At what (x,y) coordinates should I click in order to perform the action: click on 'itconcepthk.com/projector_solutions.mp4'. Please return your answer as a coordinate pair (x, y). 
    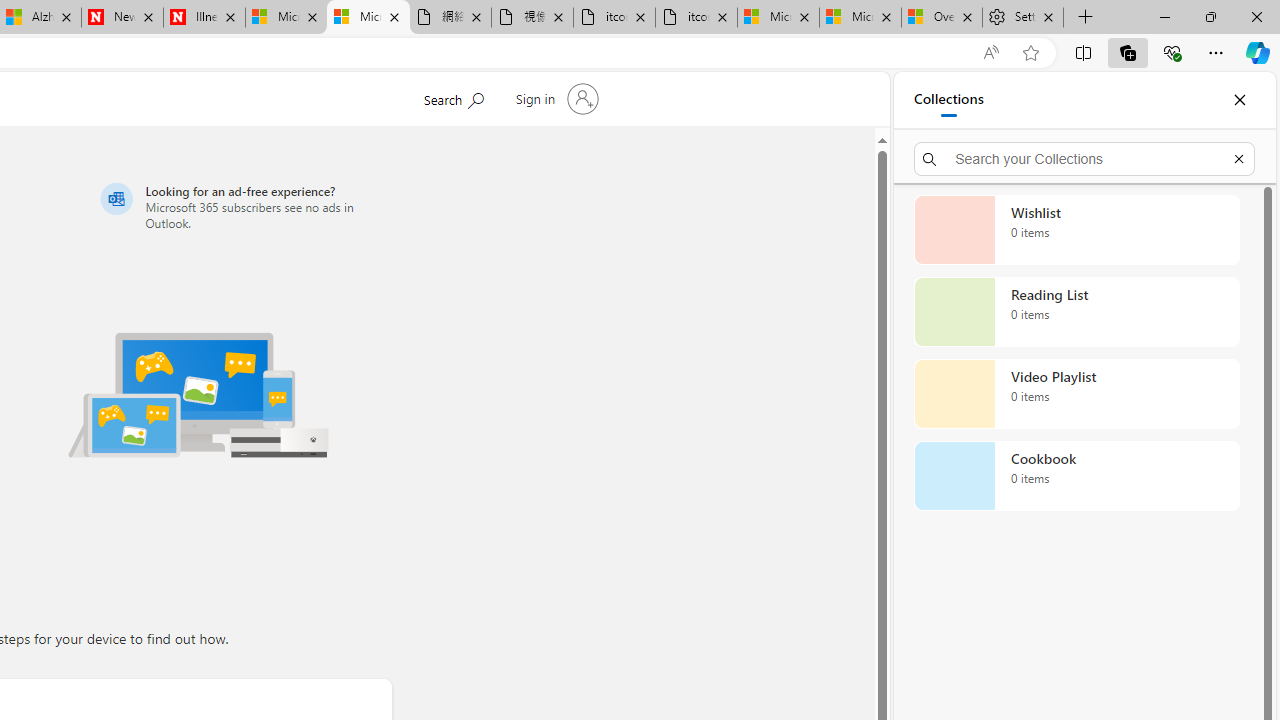
    Looking at the image, I should click on (696, 17).